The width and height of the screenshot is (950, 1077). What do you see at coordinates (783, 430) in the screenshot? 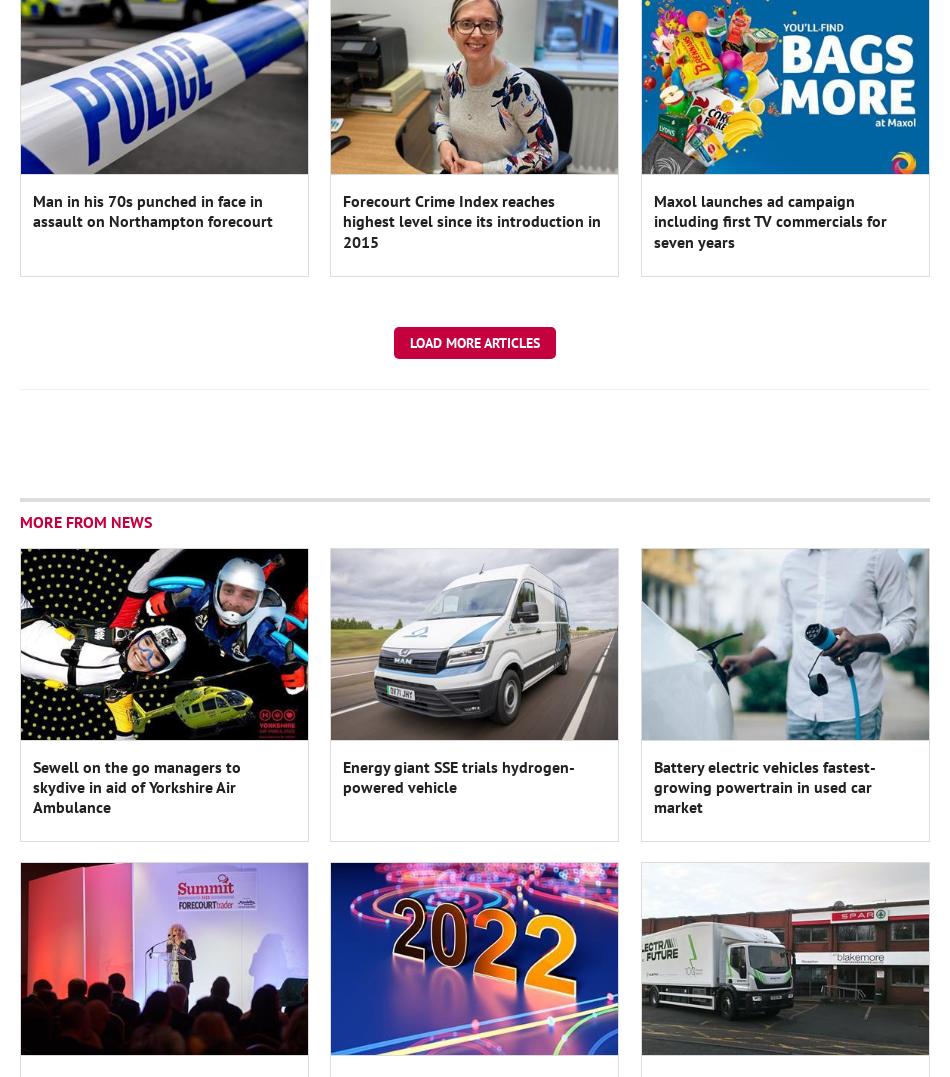
I see `'Police issue CCTV image in appeal after cyclist damages car on forecourt'` at bounding box center [783, 430].